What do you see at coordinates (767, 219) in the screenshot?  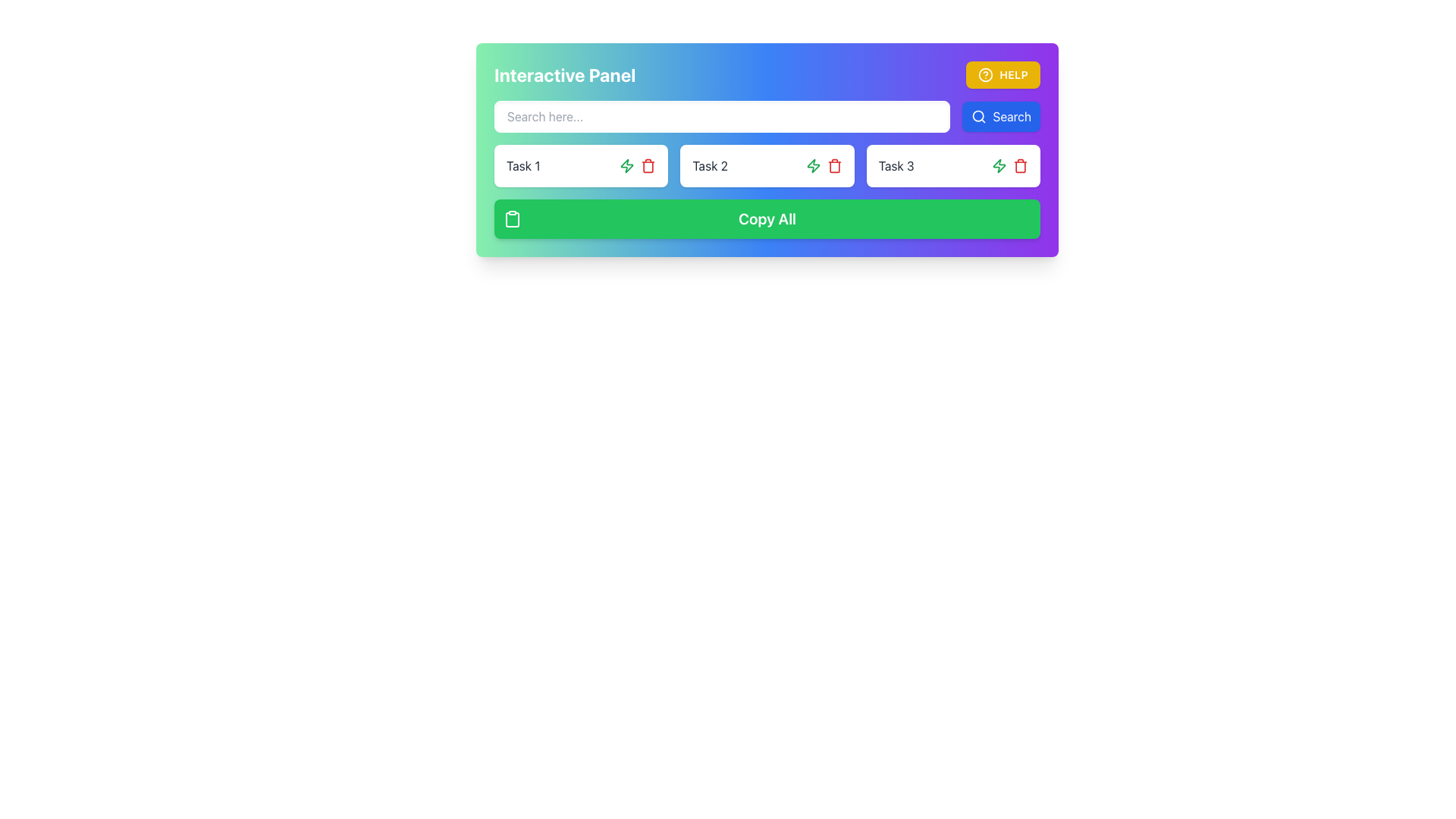 I see `the wide green 'Copy All' button with rounded corners and a clipboard icon` at bounding box center [767, 219].